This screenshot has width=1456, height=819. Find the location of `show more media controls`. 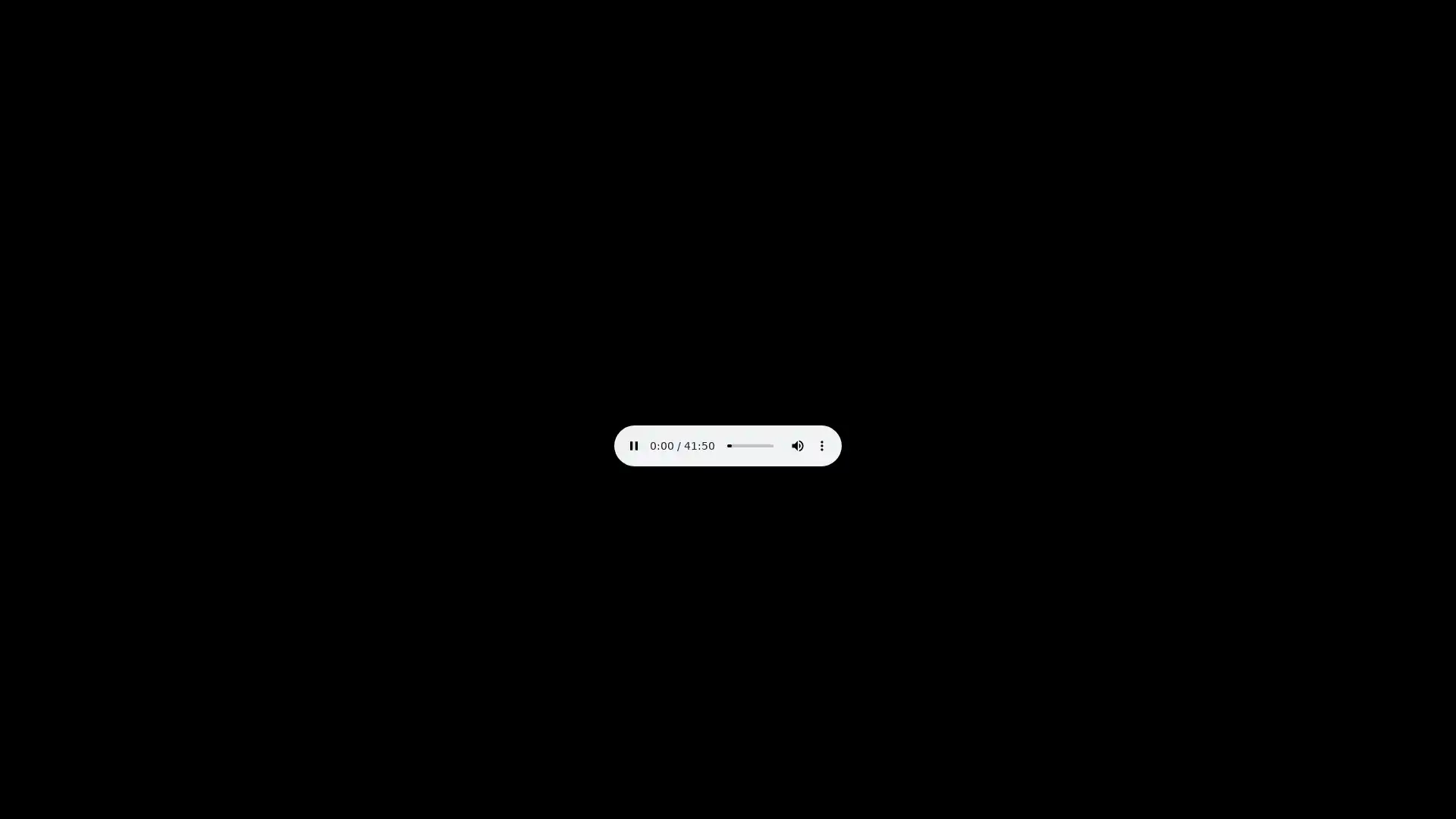

show more media controls is located at coordinates (821, 444).